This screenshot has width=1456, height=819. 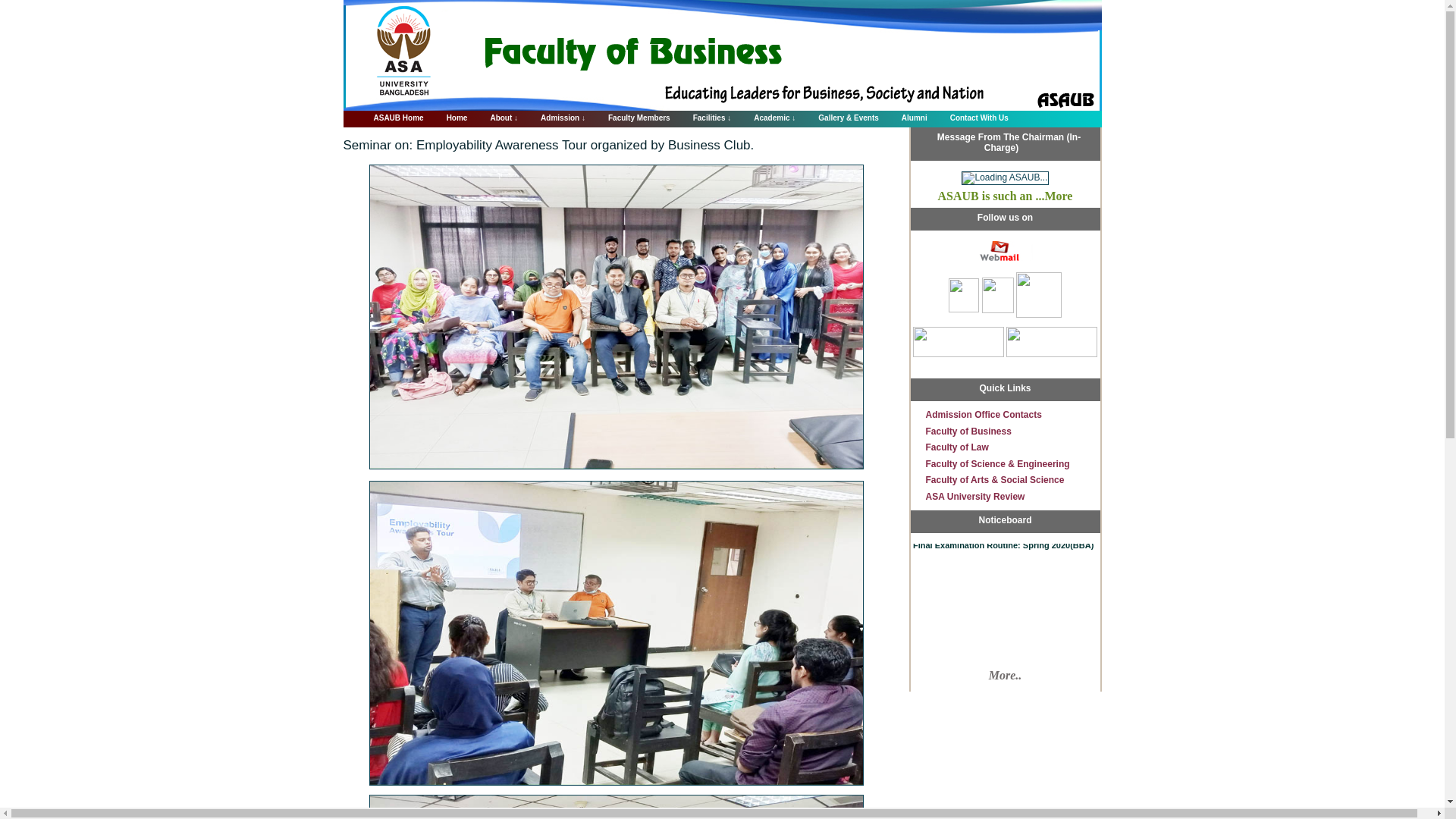 I want to click on 'Faculty of Business', so click(x=967, y=431).